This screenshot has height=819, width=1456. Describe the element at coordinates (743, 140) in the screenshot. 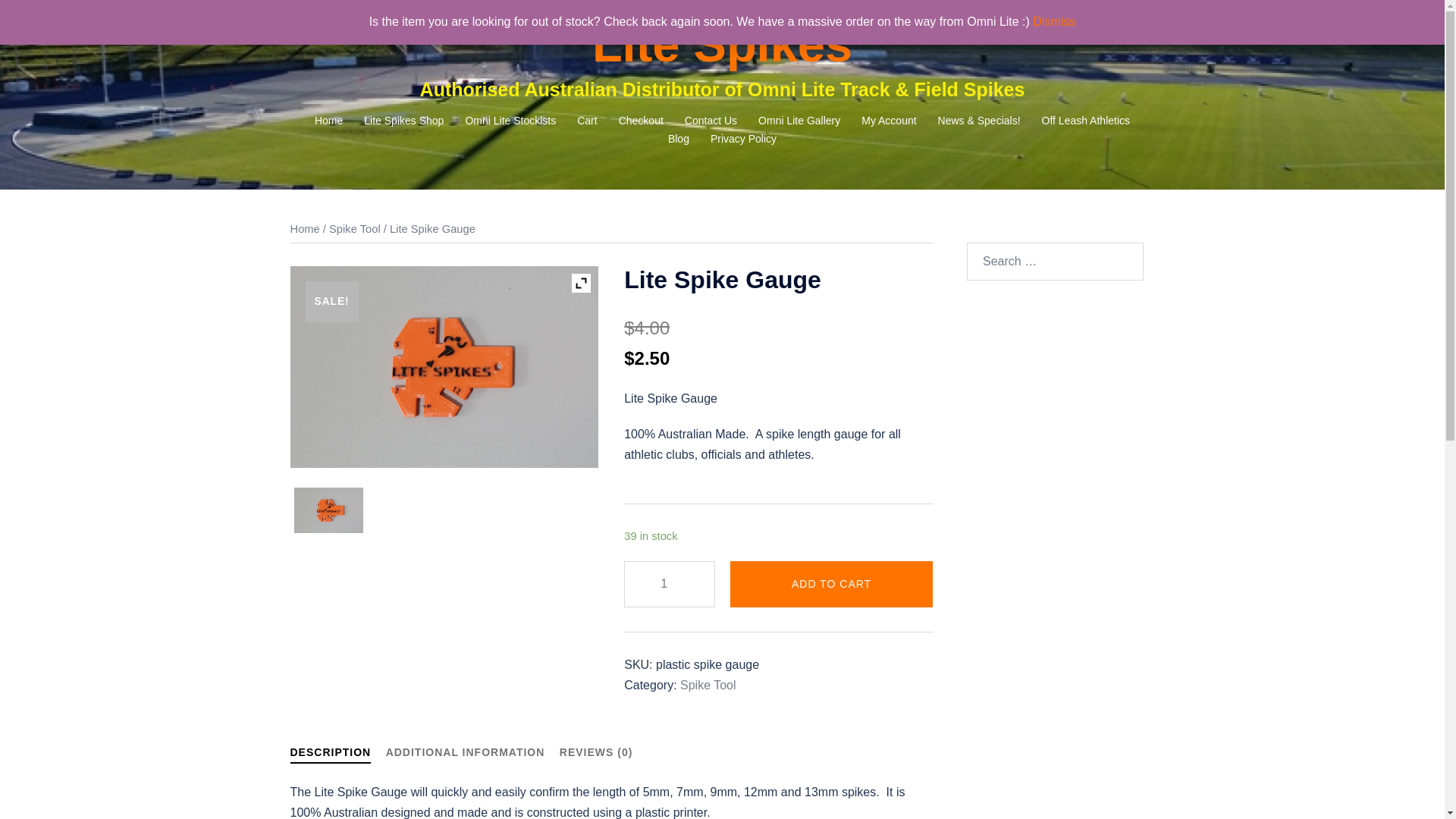

I see `'Privacy Policy'` at that location.